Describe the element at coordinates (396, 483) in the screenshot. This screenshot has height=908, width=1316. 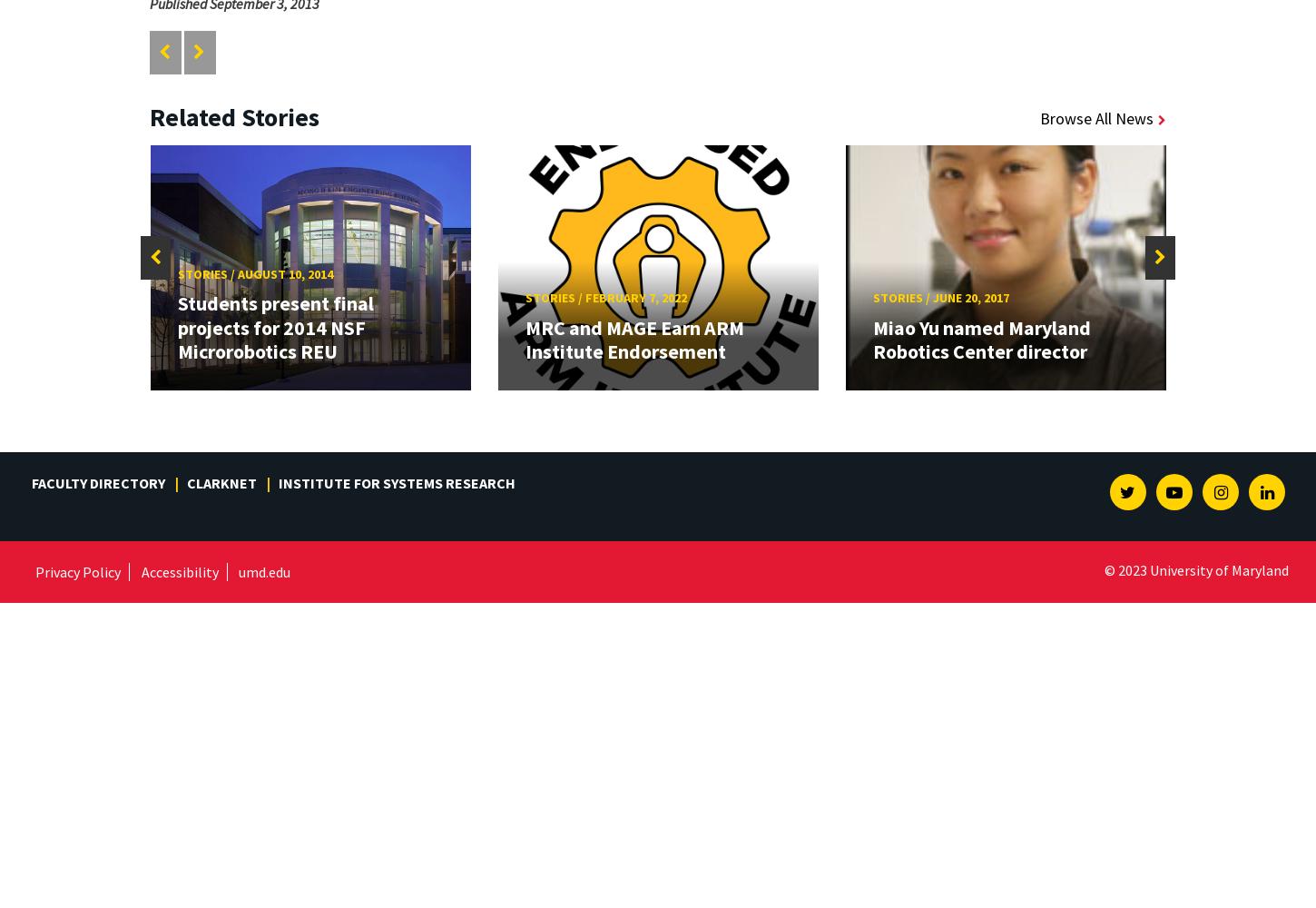
I see `'Institute for Systems Research'` at that location.